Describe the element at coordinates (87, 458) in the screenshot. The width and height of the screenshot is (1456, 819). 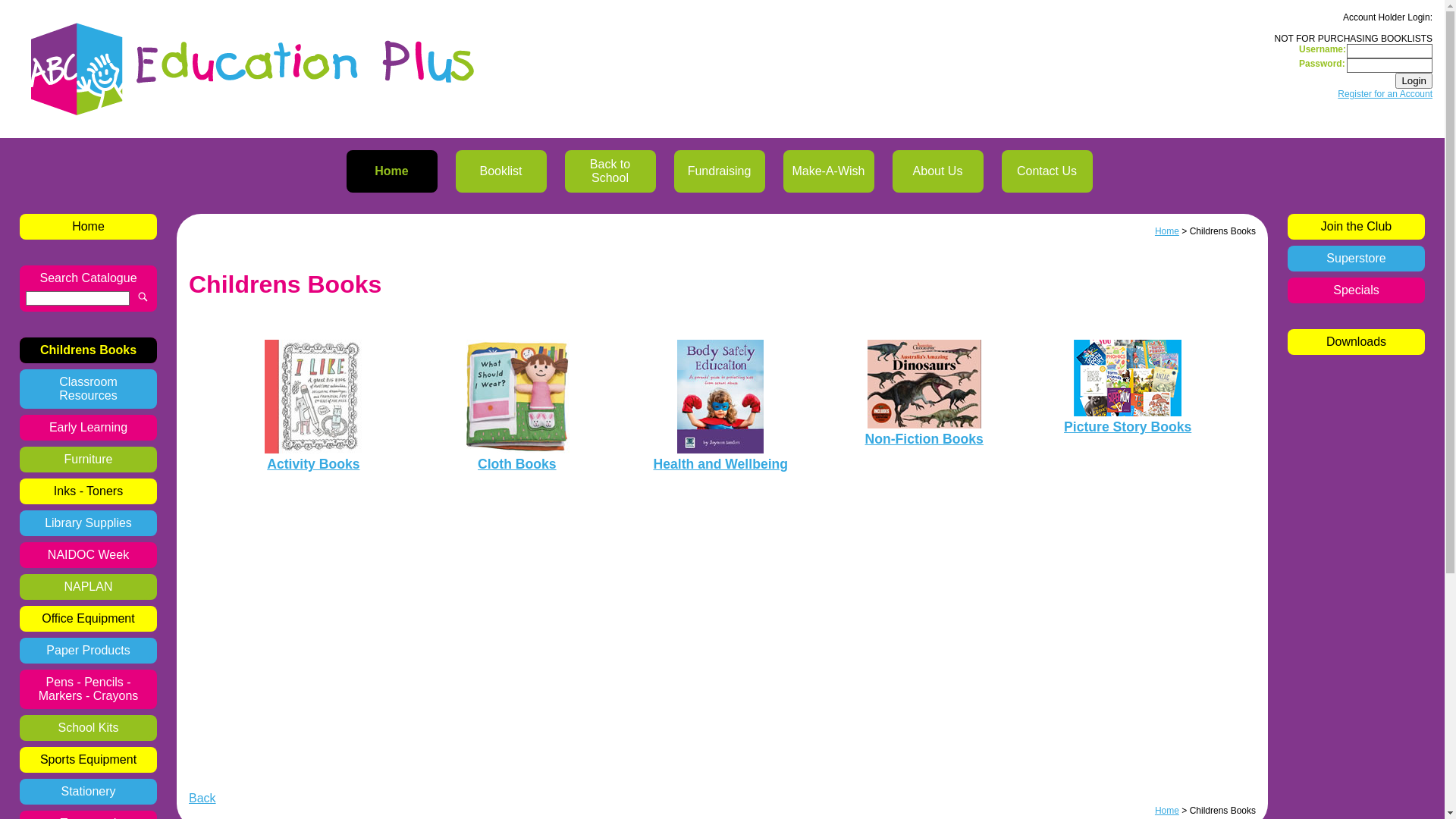
I see `'Furniture'` at that location.